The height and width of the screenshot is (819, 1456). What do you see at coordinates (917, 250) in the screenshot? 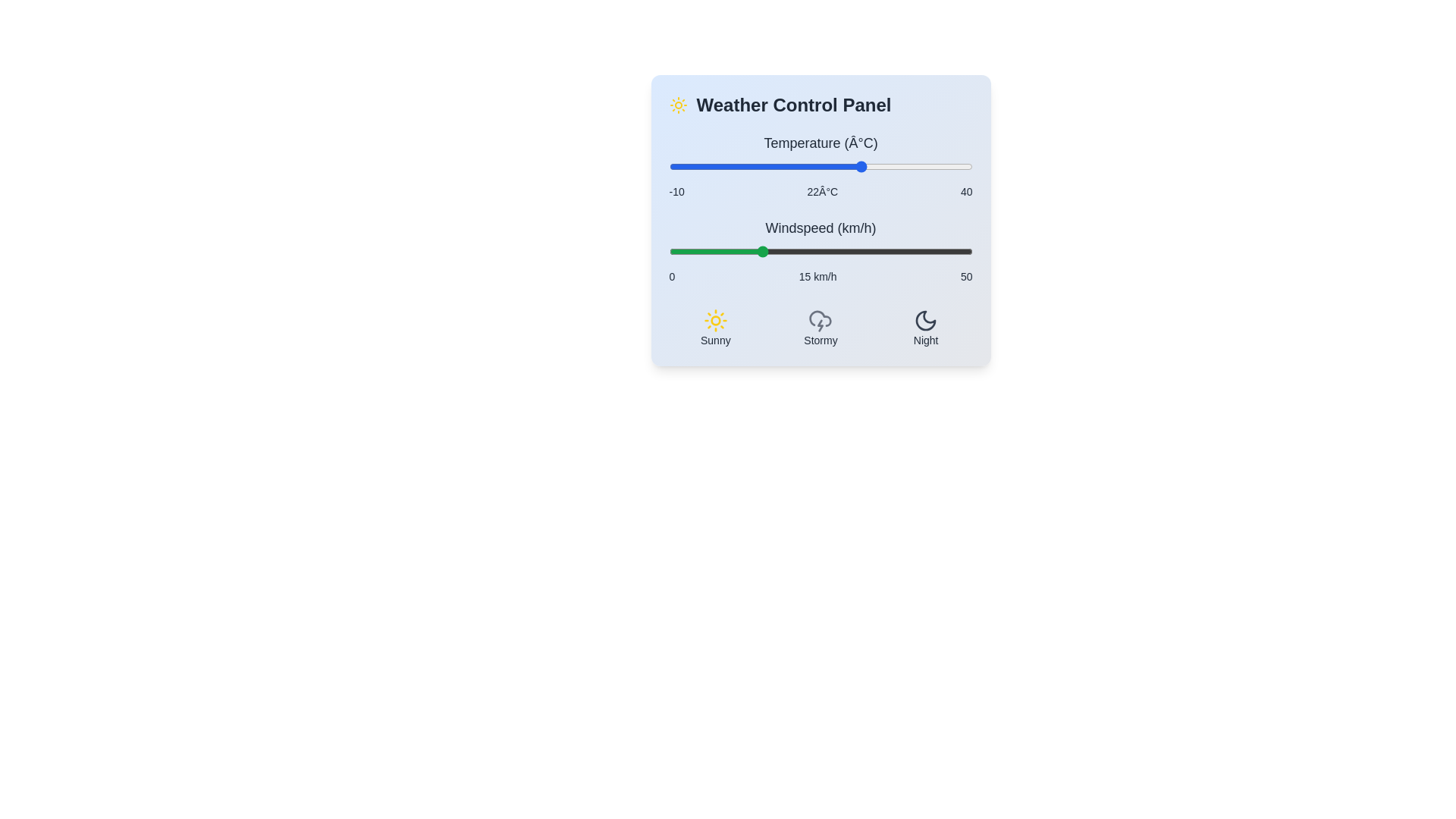
I see `the windspeed` at bounding box center [917, 250].